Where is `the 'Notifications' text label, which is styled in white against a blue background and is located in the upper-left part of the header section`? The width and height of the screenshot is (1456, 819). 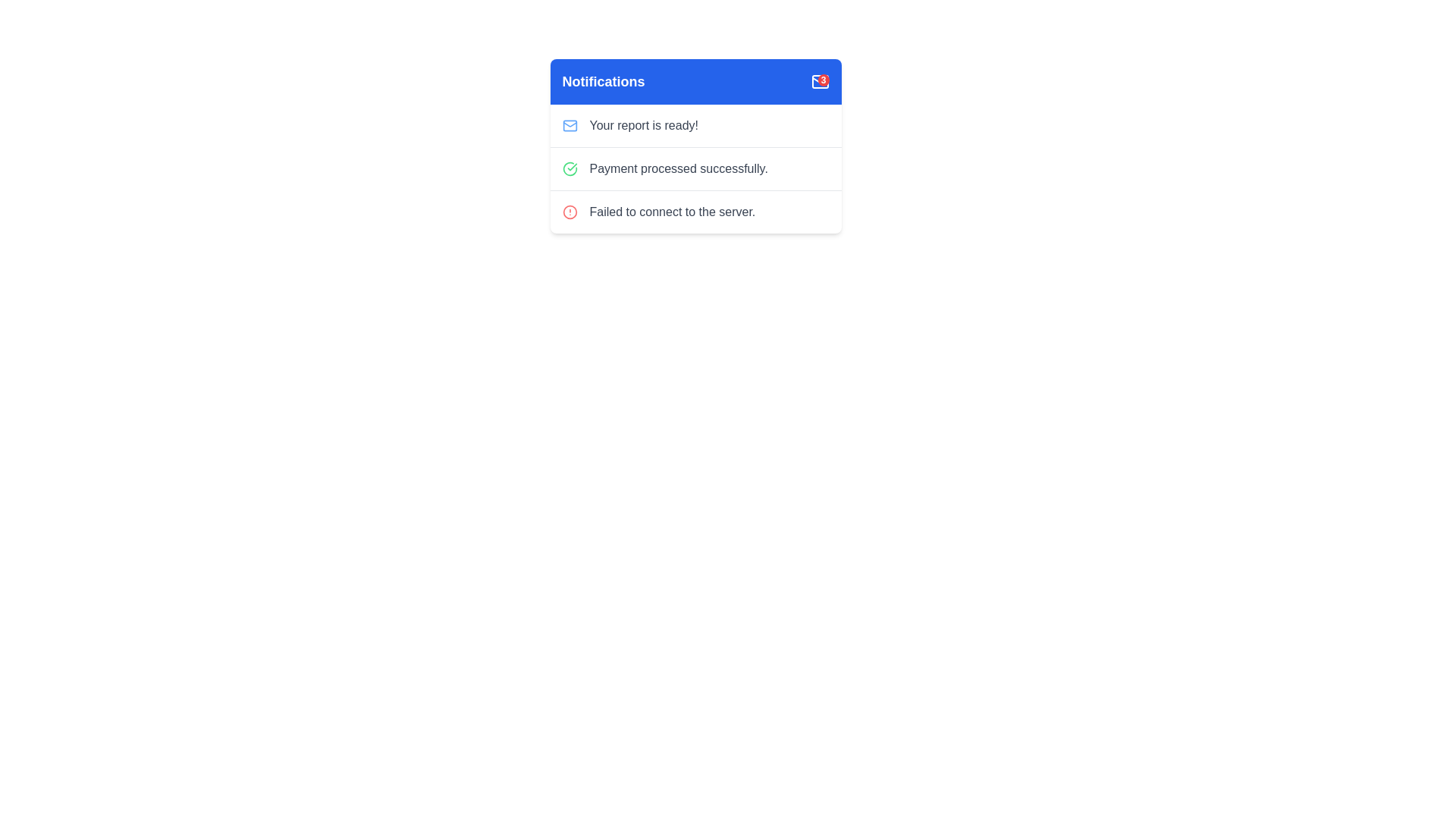 the 'Notifications' text label, which is styled in white against a blue background and is located in the upper-left part of the header section is located at coordinates (603, 82).